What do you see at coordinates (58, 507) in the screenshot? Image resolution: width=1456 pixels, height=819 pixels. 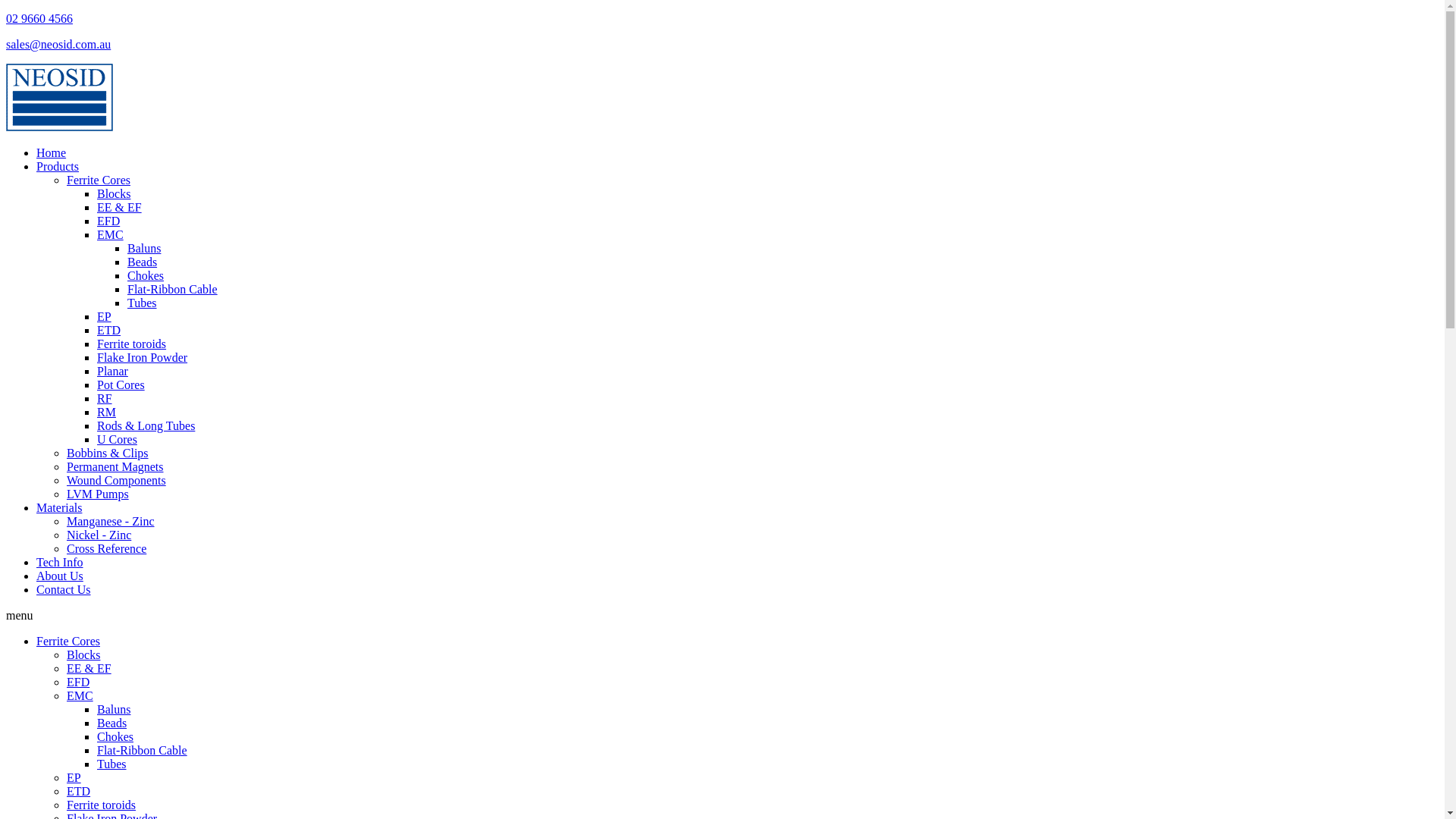 I see `'Materials'` at bounding box center [58, 507].